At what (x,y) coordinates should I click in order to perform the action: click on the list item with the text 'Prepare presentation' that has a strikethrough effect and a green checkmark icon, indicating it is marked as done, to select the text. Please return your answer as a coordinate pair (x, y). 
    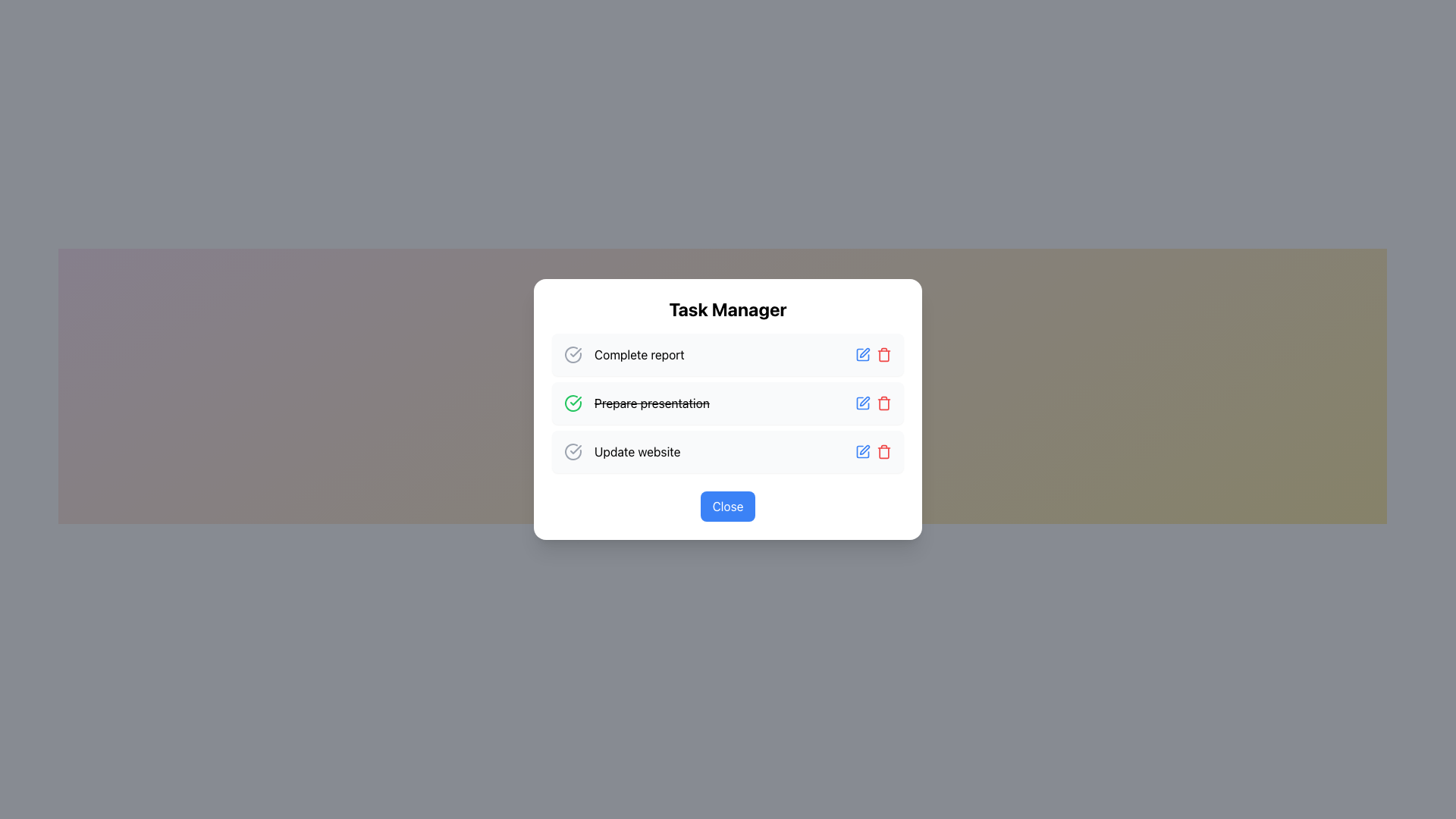
    Looking at the image, I should click on (637, 403).